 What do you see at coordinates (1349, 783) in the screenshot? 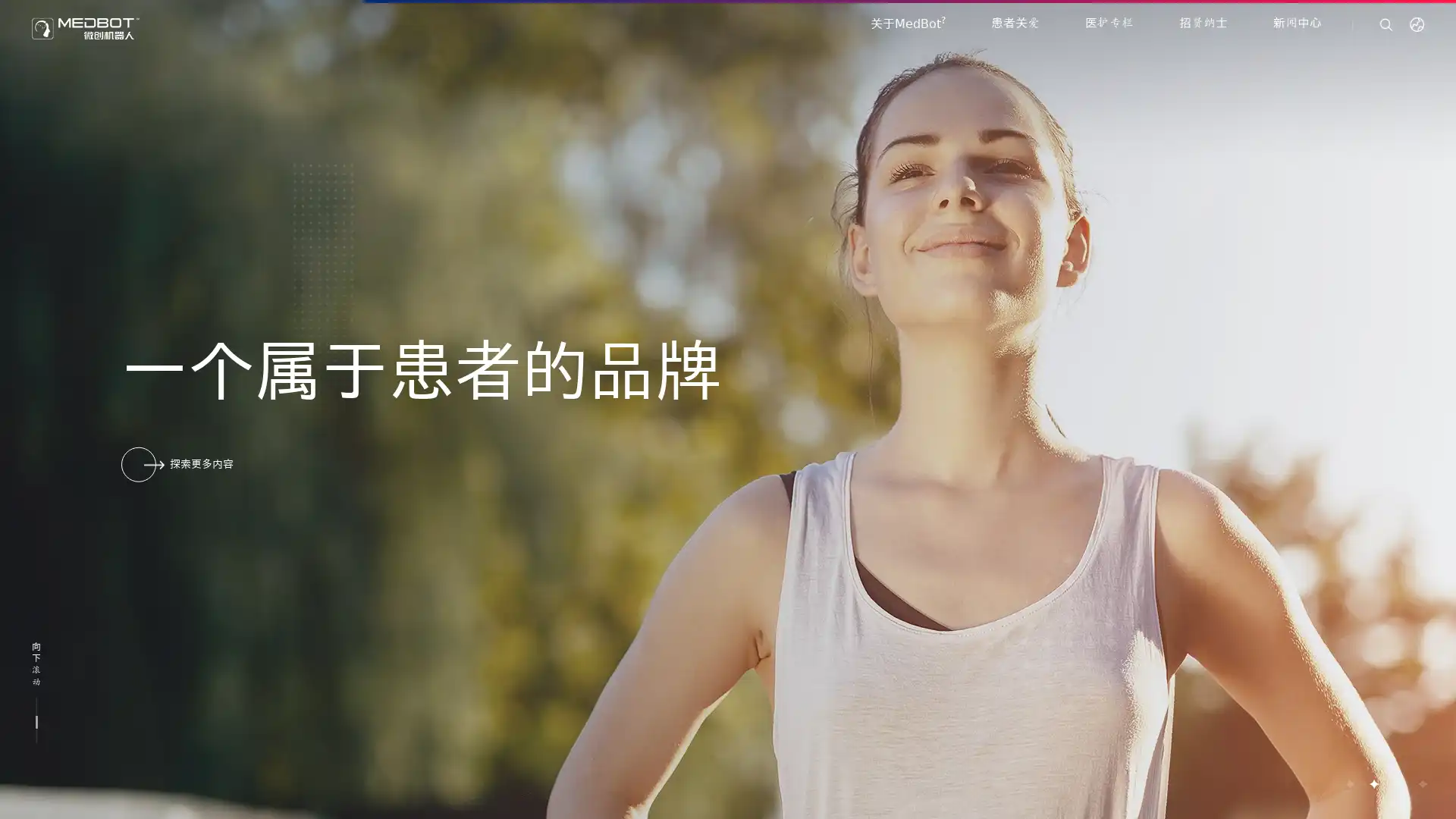
I see `Go to slide 1` at bounding box center [1349, 783].